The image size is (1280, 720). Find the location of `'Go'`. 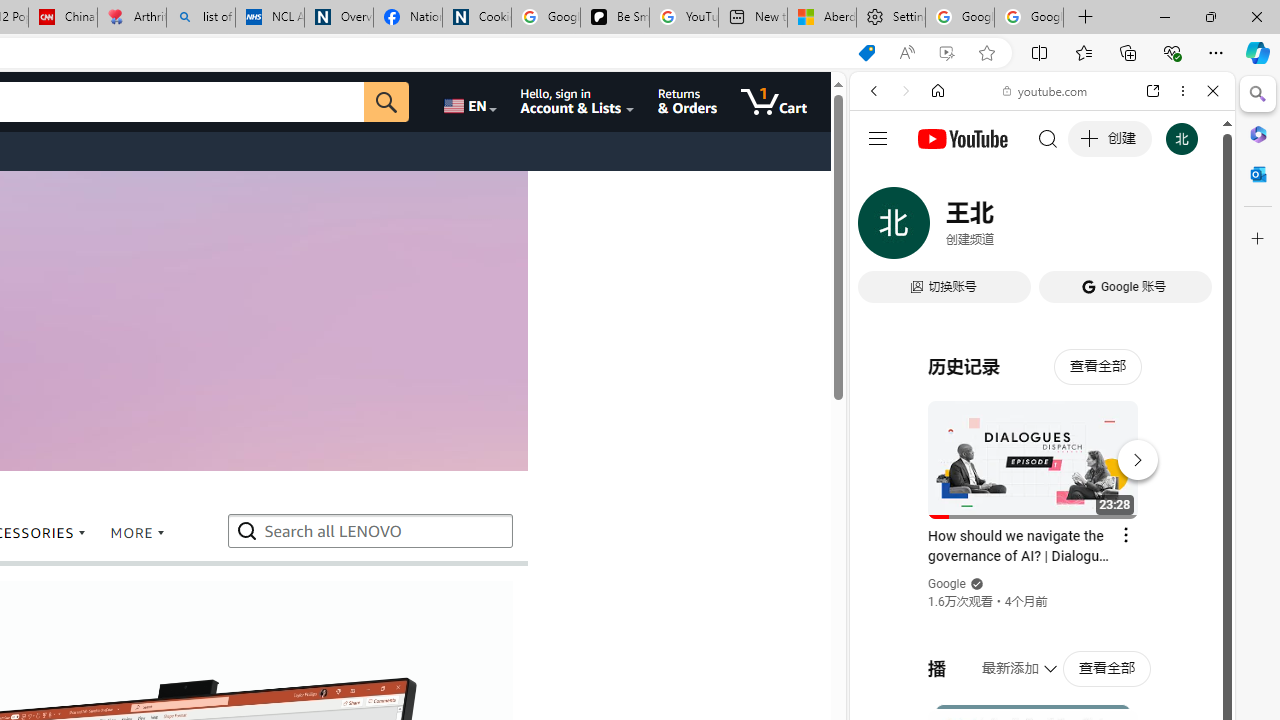

'Go' is located at coordinates (386, 101).